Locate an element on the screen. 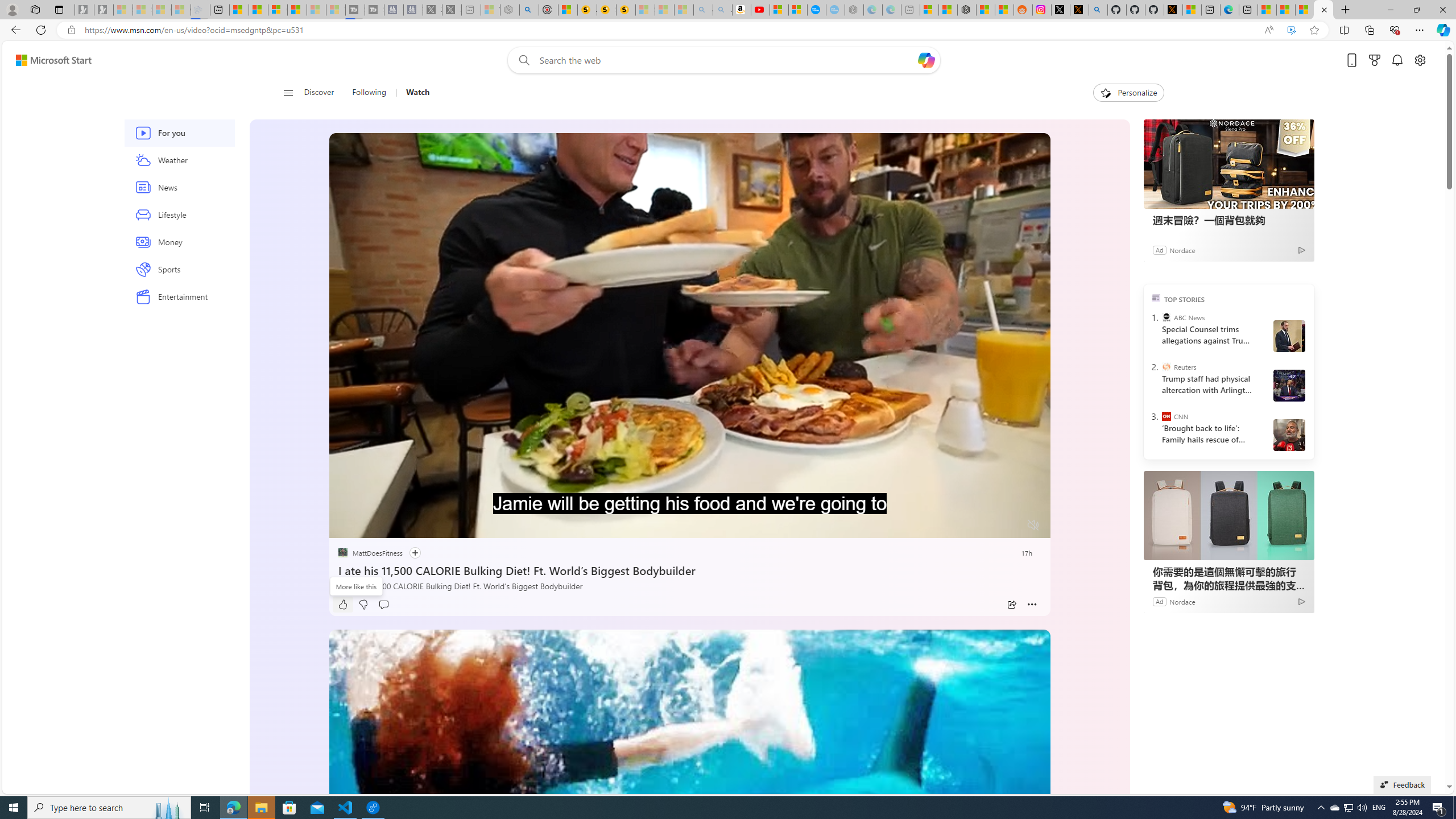 The height and width of the screenshot is (819, 1456). 'The most popular Google ' is located at coordinates (835, 9).